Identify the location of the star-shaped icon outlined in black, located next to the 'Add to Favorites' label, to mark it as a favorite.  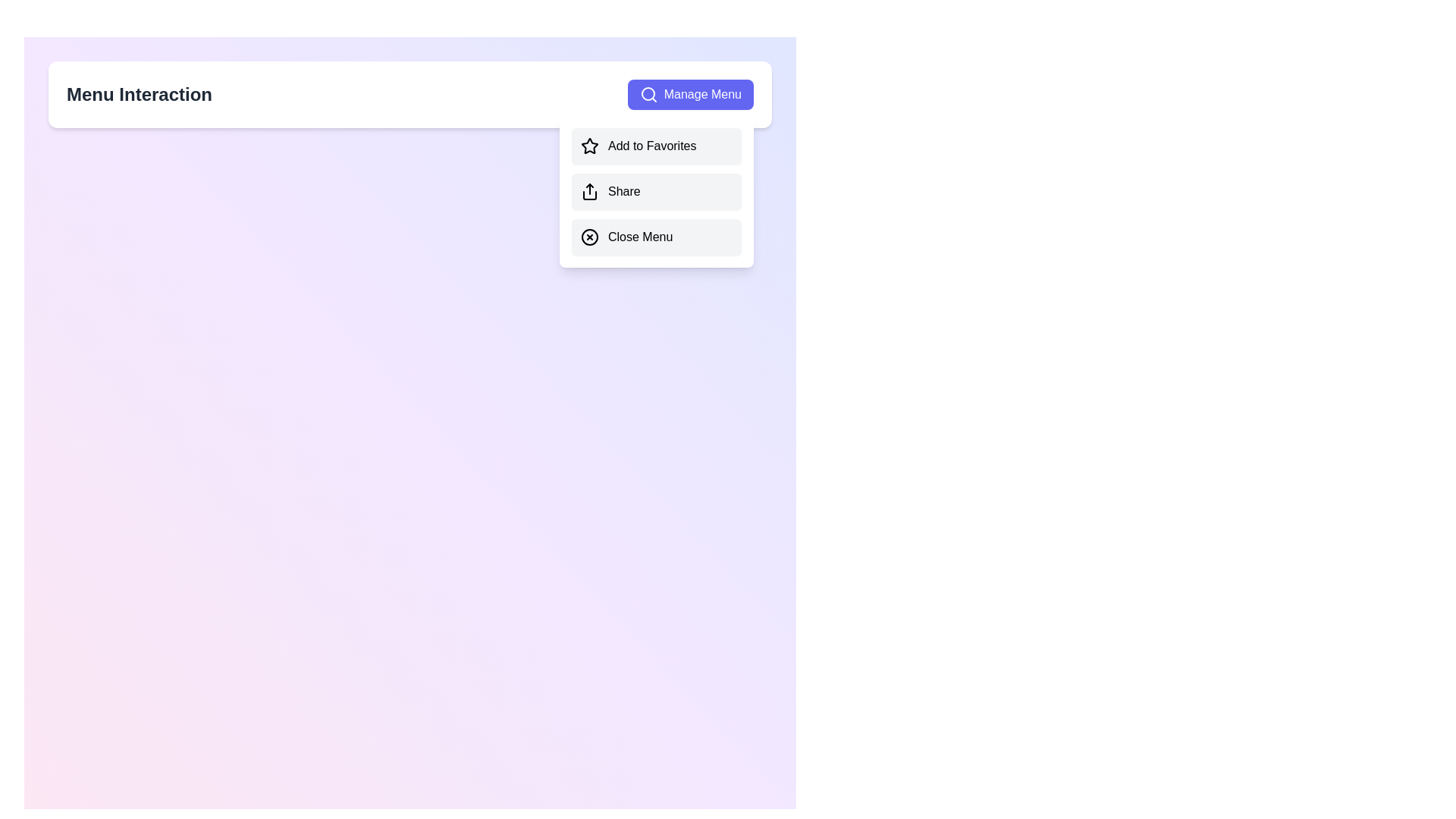
(588, 146).